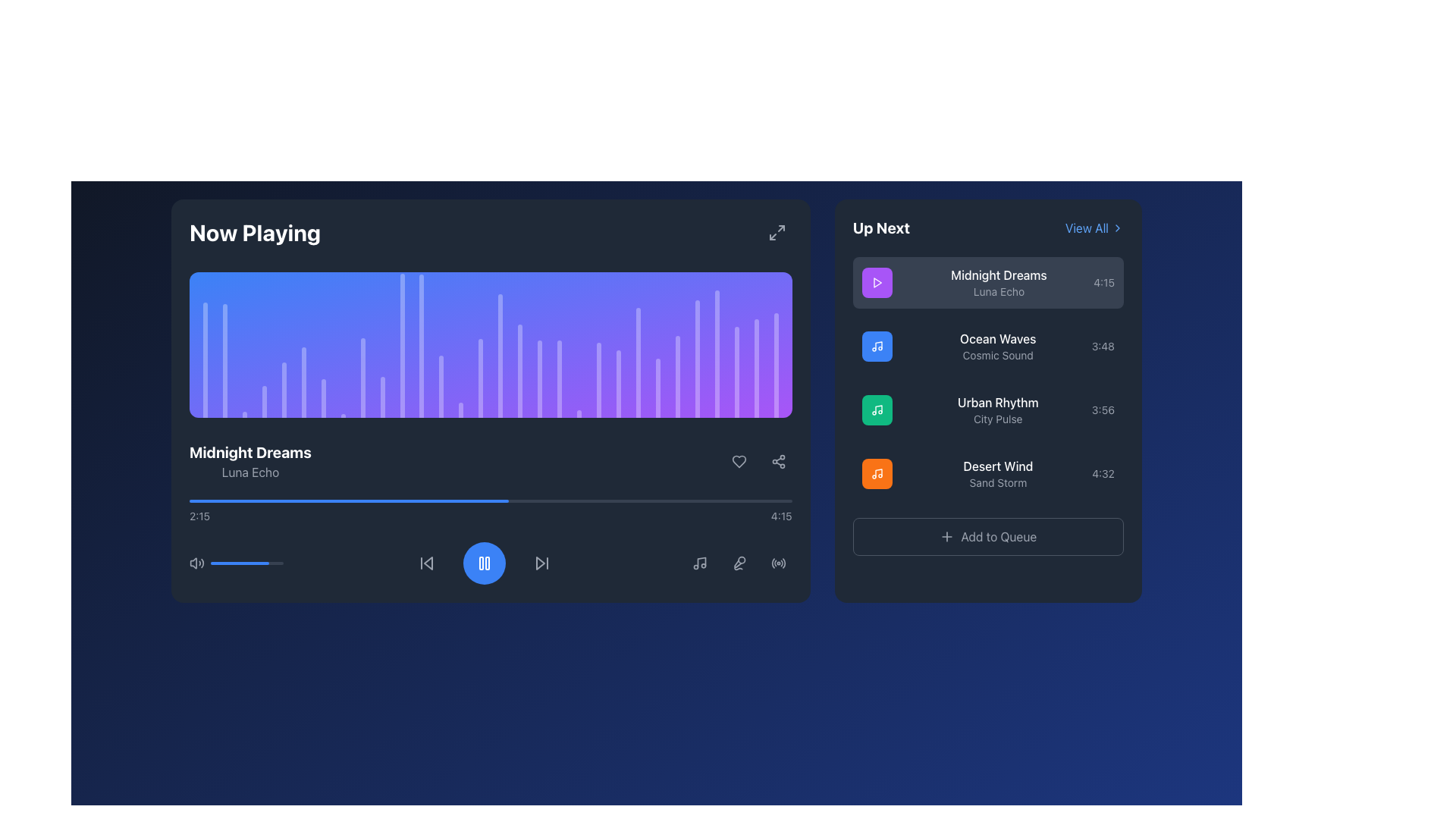 This screenshot has width=1456, height=819. I want to click on the triangular play icon located in the 'Now Playing' section of the interface, which is filled with white and positioned among playback controls, so click(877, 283).